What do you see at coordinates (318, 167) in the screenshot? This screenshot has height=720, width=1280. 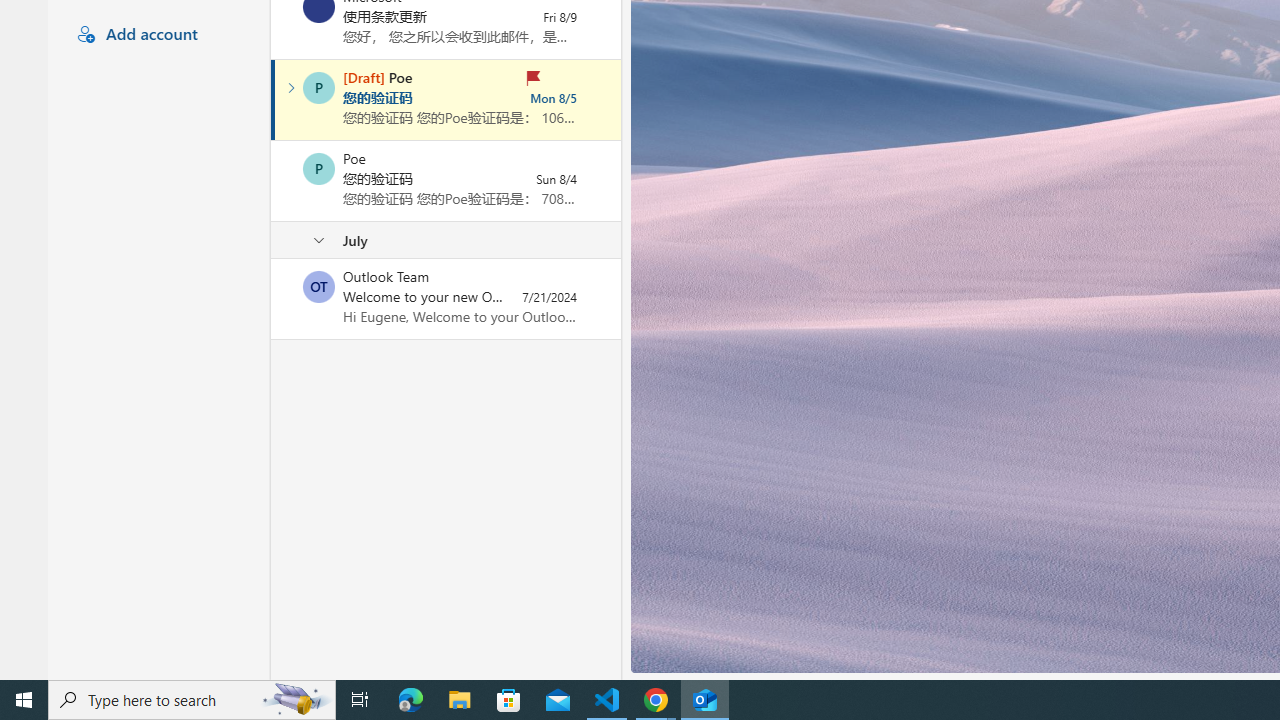 I see `'Poe'` at bounding box center [318, 167].